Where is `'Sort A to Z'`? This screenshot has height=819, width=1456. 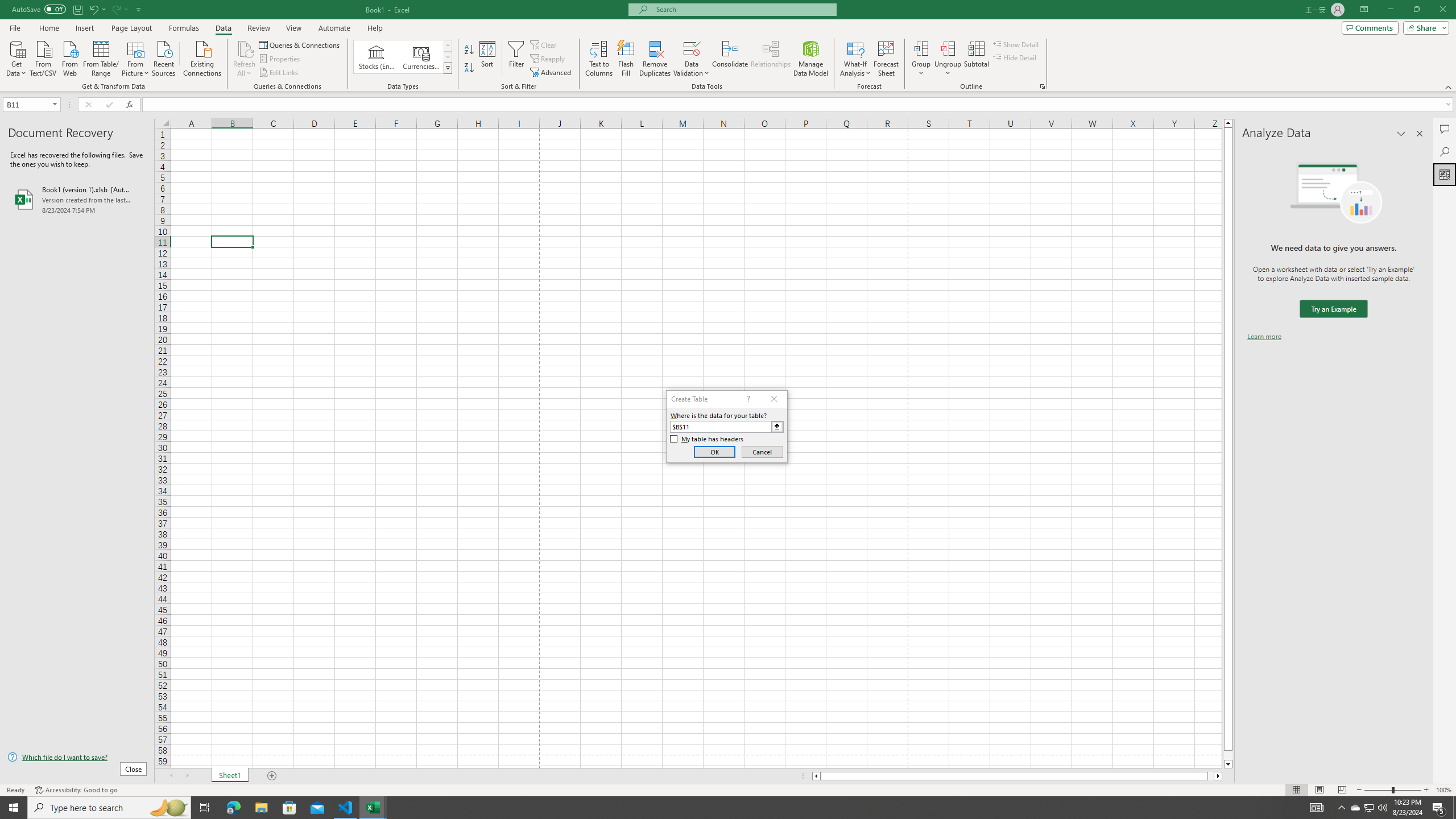
'Sort A to Z' is located at coordinates (469, 49).